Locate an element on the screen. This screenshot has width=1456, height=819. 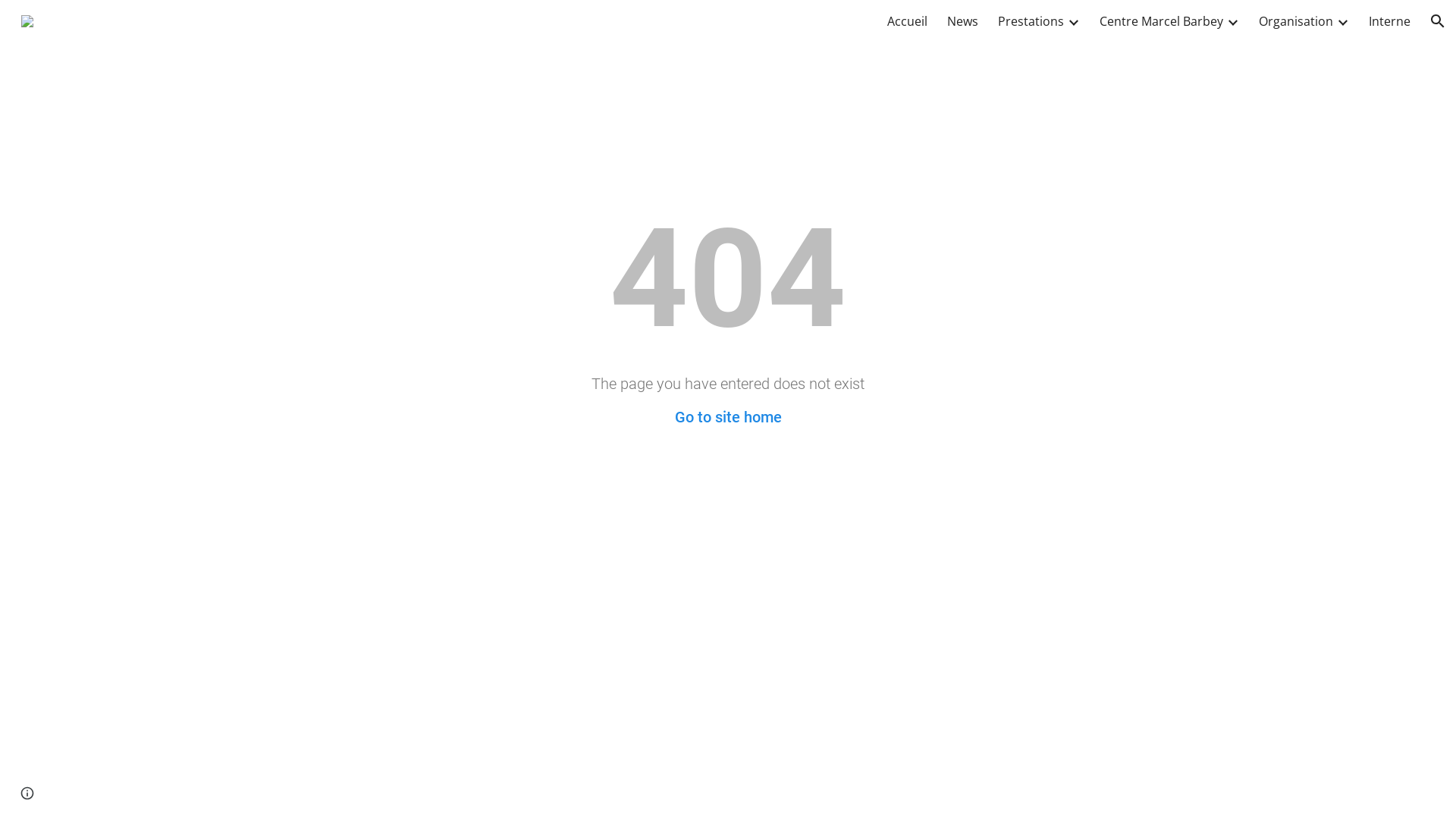
'Expand/Collapse' is located at coordinates (1335, 20).